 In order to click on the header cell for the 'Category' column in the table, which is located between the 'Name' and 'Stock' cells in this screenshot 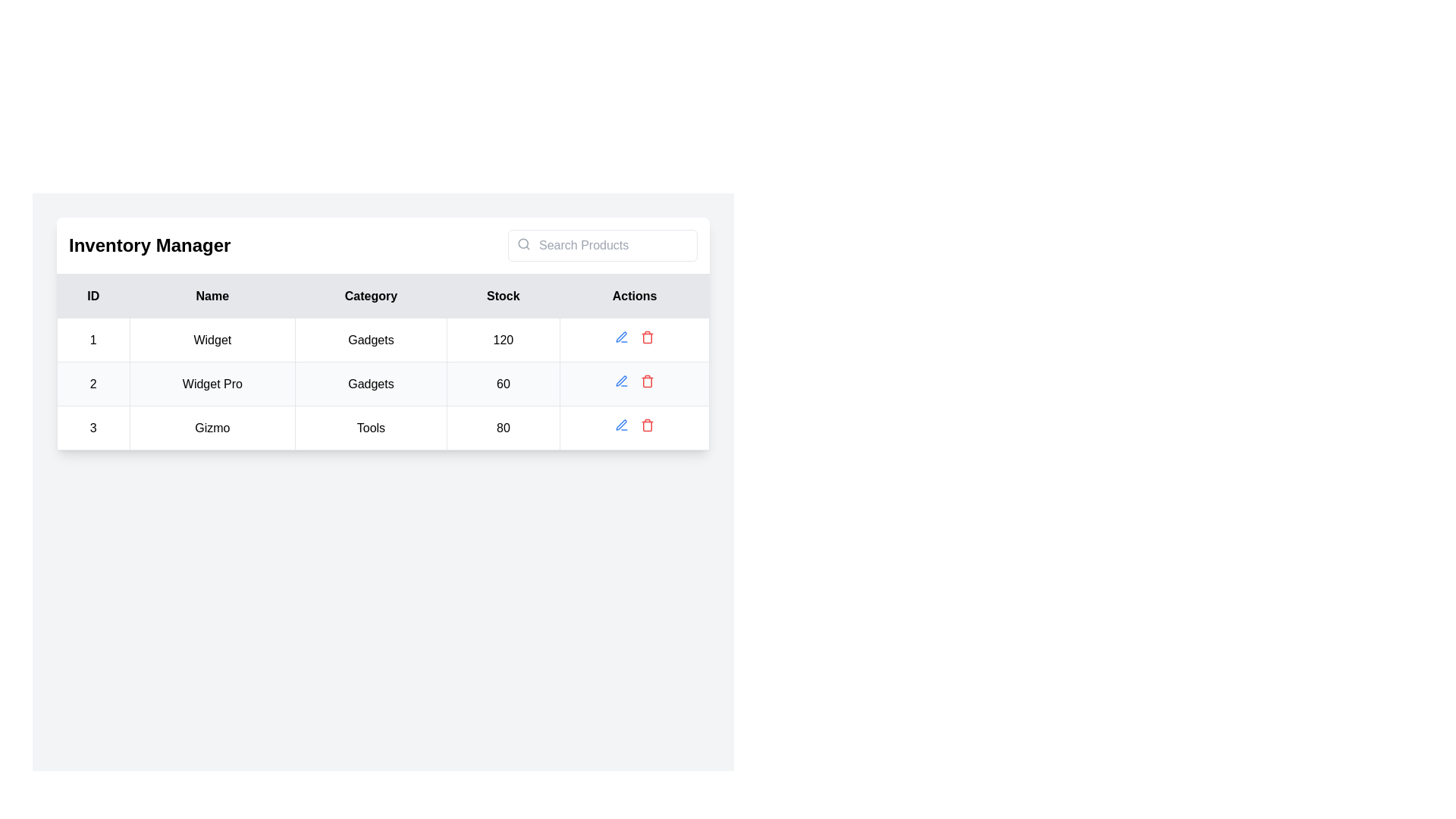, I will do `click(371, 296)`.